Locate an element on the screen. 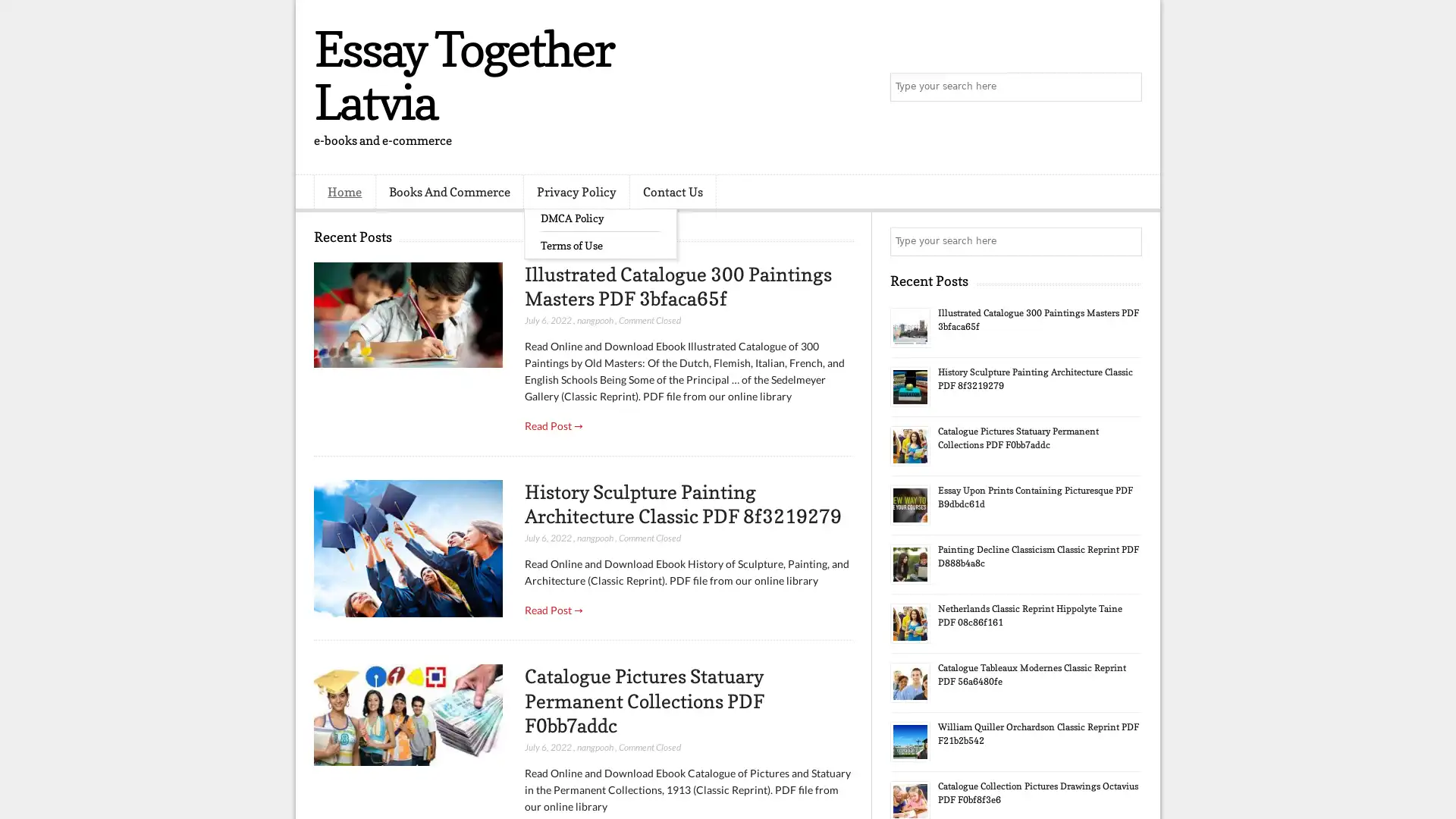 Image resolution: width=1456 pixels, height=819 pixels. Search is located at coordinates (1126, 241).